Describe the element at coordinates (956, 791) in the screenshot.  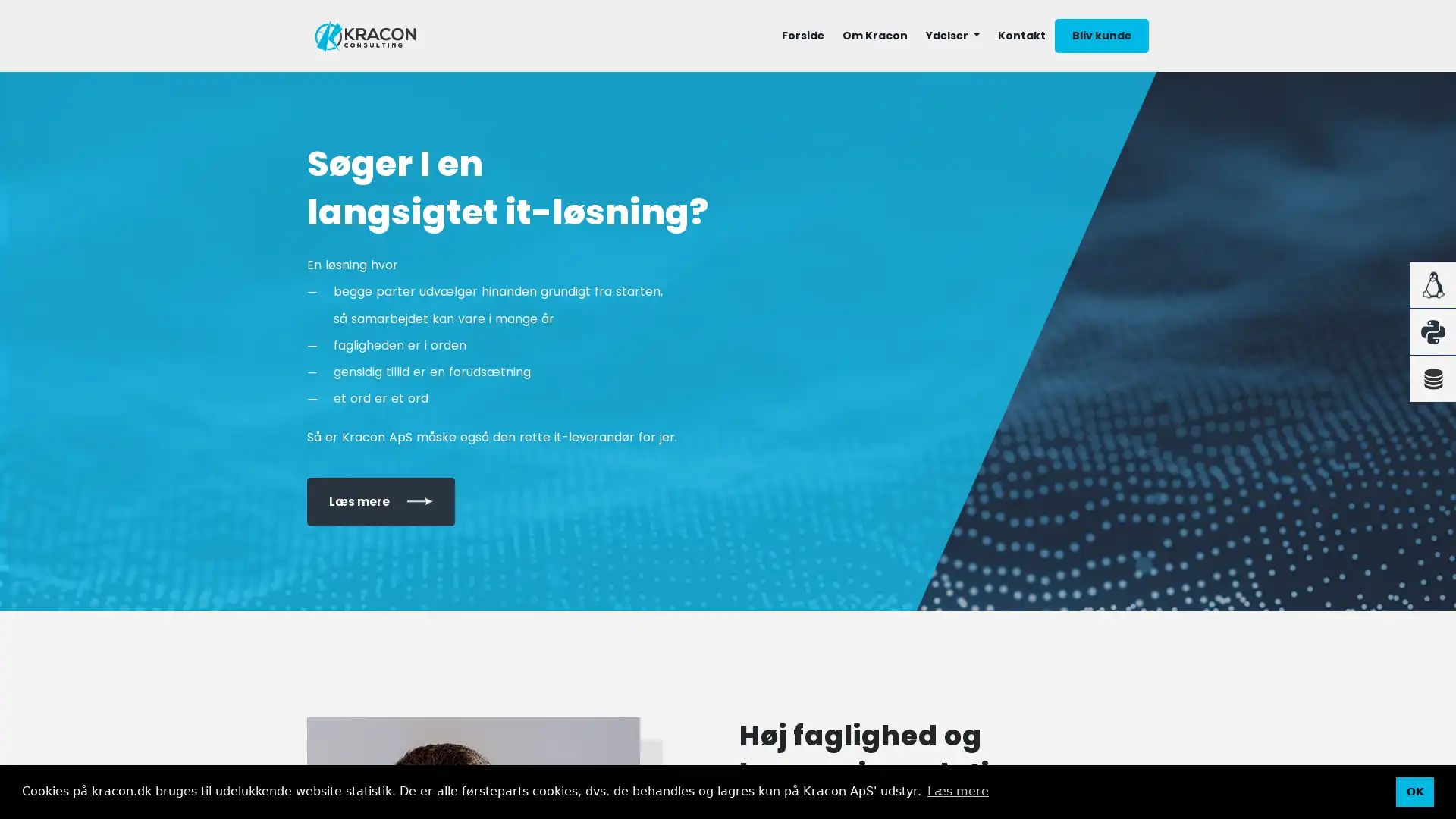
I see `learn more about cookies` at that location.